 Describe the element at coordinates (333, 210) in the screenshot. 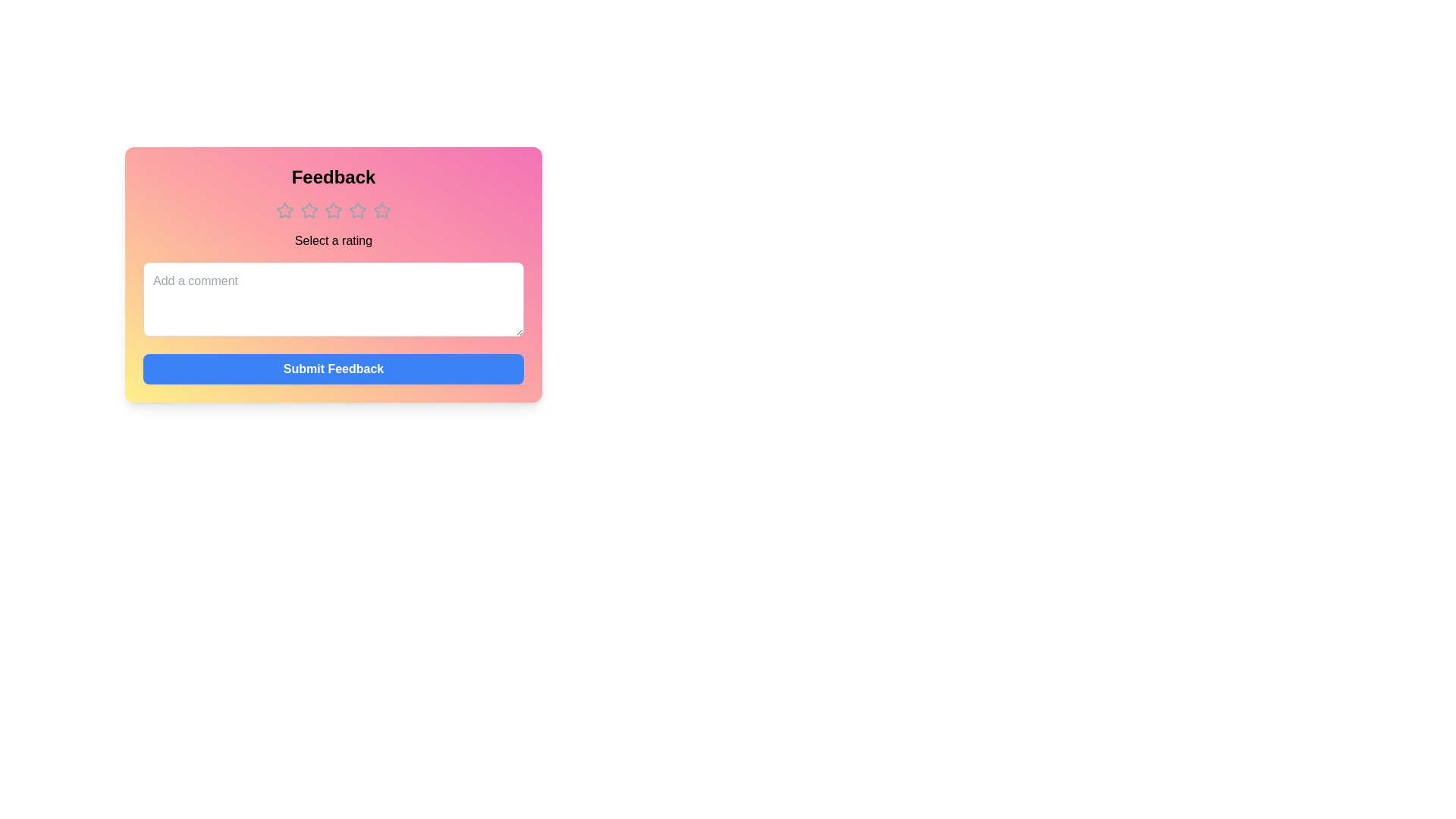

I see `the star corresponding to 3 to see its description` at that location.